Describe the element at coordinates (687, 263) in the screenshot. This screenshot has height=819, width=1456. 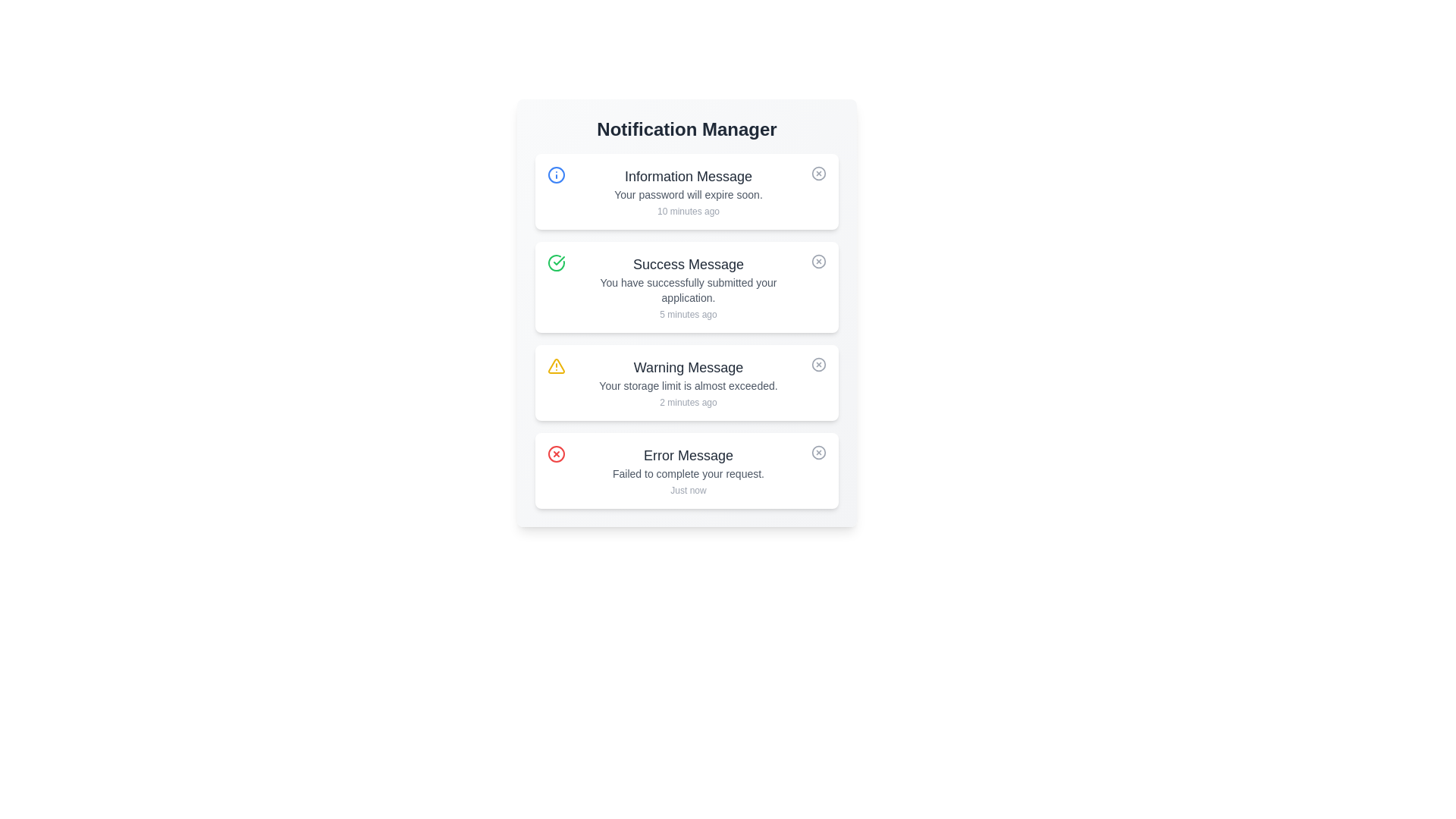
I see `the Text Label that serves as the title for the notification card, which is centrally aligned and positioned at the upper section of the card` at that location.